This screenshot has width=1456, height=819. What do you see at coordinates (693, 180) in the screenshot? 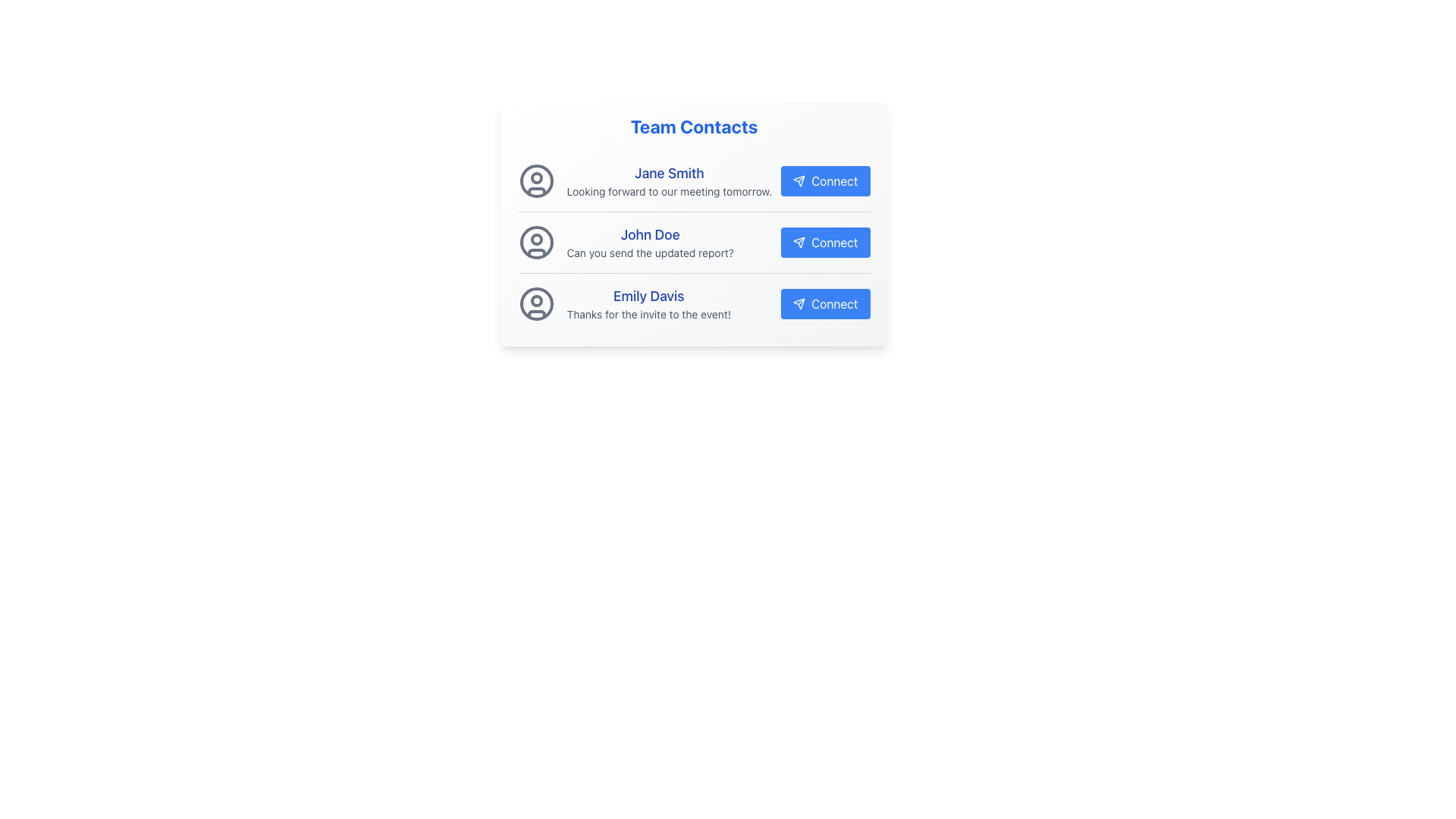
I see `contact information for 'Jane Smith' displayed in the entry at the top of the contact list, which includes the name and meeting details` at bounding box center [693, 180].